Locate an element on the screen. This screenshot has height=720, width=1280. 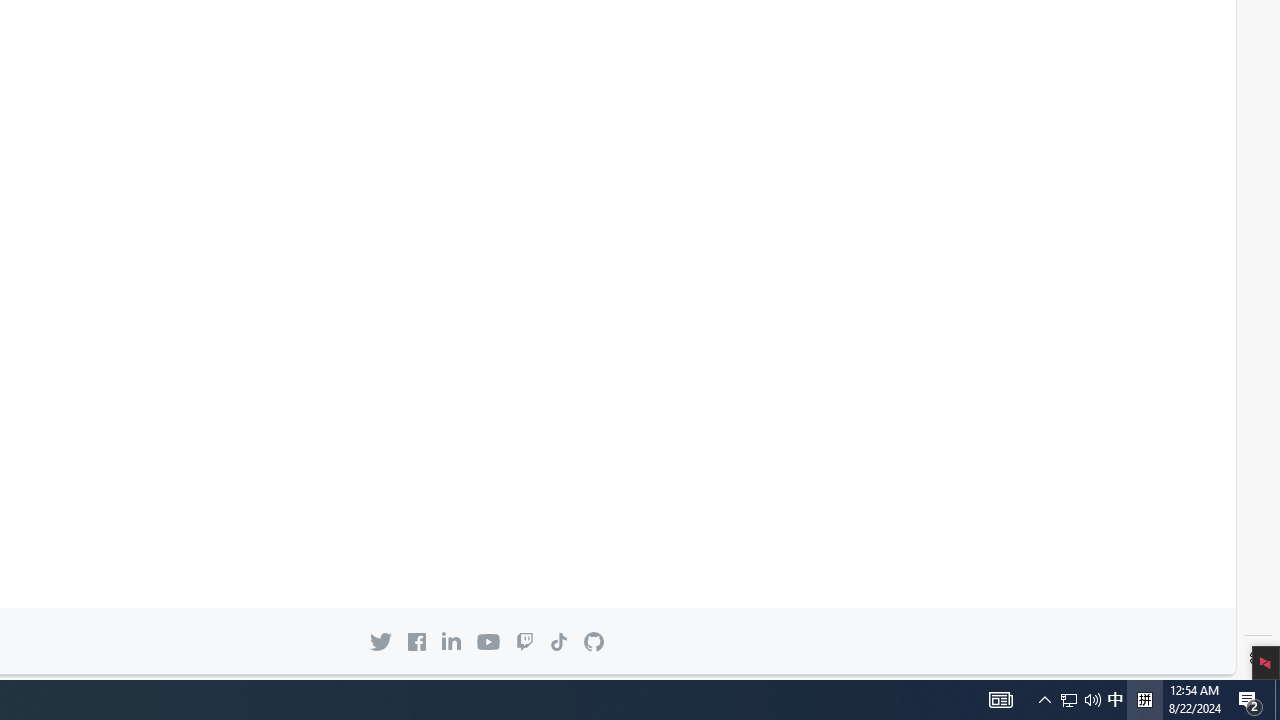
'GitHub on TikTok' is located at coordinates (559, 641).